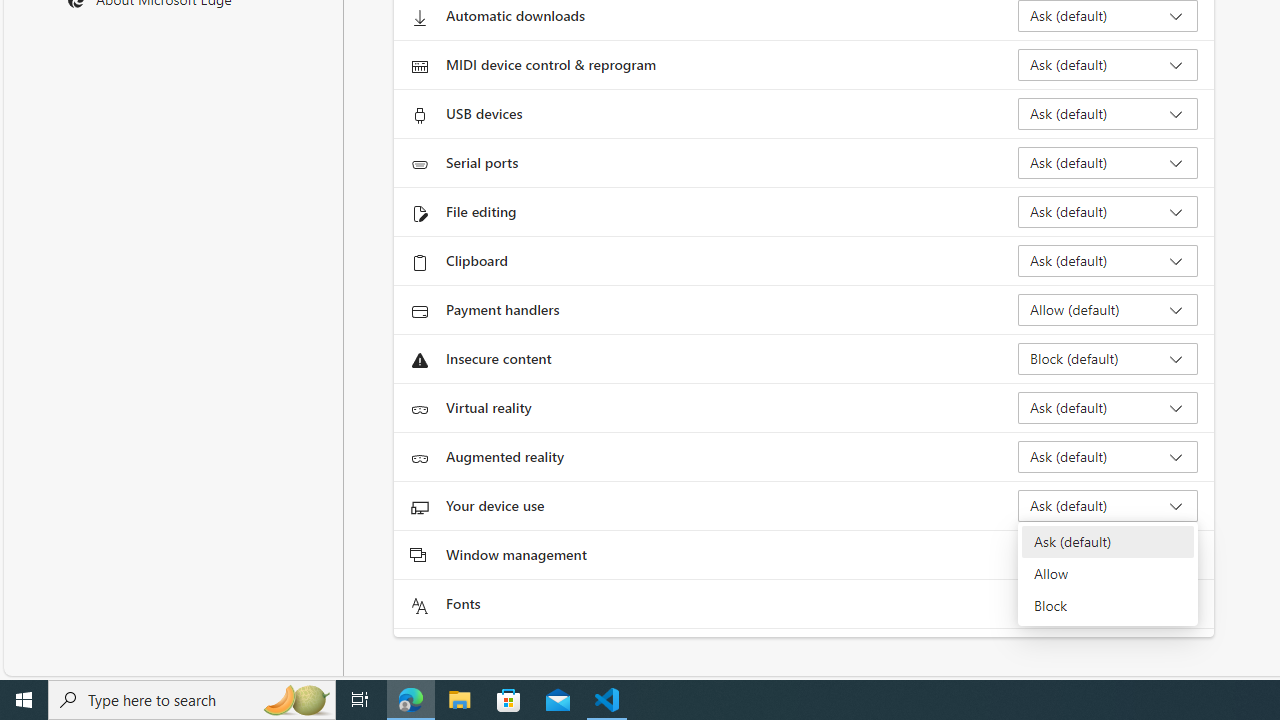  What do you see at coordinates (1106, 542) in the screenshot?
I see `'Ask (default)'` at bounding box center [1106, 542].